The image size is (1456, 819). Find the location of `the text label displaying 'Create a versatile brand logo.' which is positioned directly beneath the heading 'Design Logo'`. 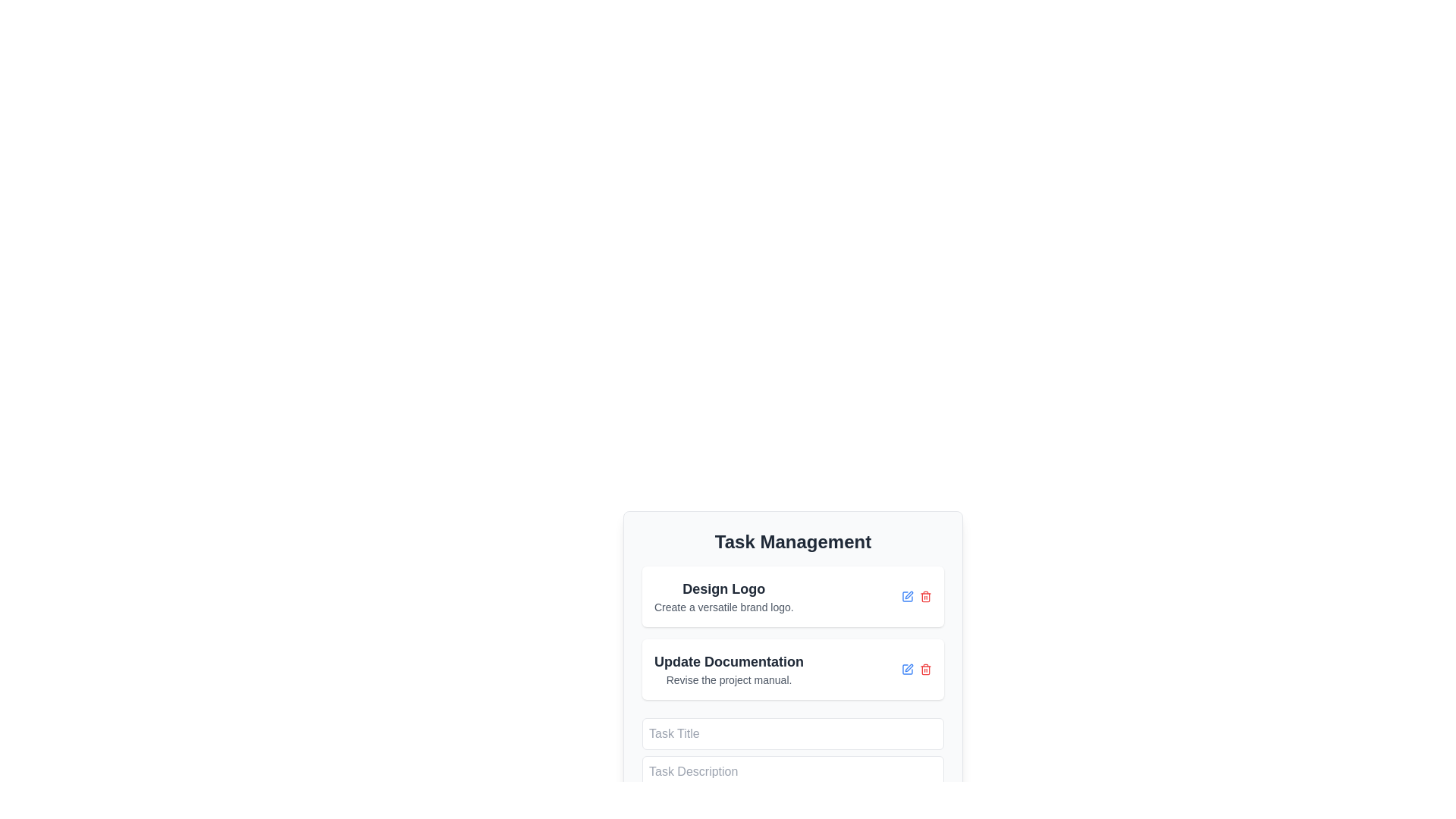

the text label displaying 'Create a versatile brand logo.' which is positioned directly beneath the heading 'Design Logo' is located at coordinates (723, 607).